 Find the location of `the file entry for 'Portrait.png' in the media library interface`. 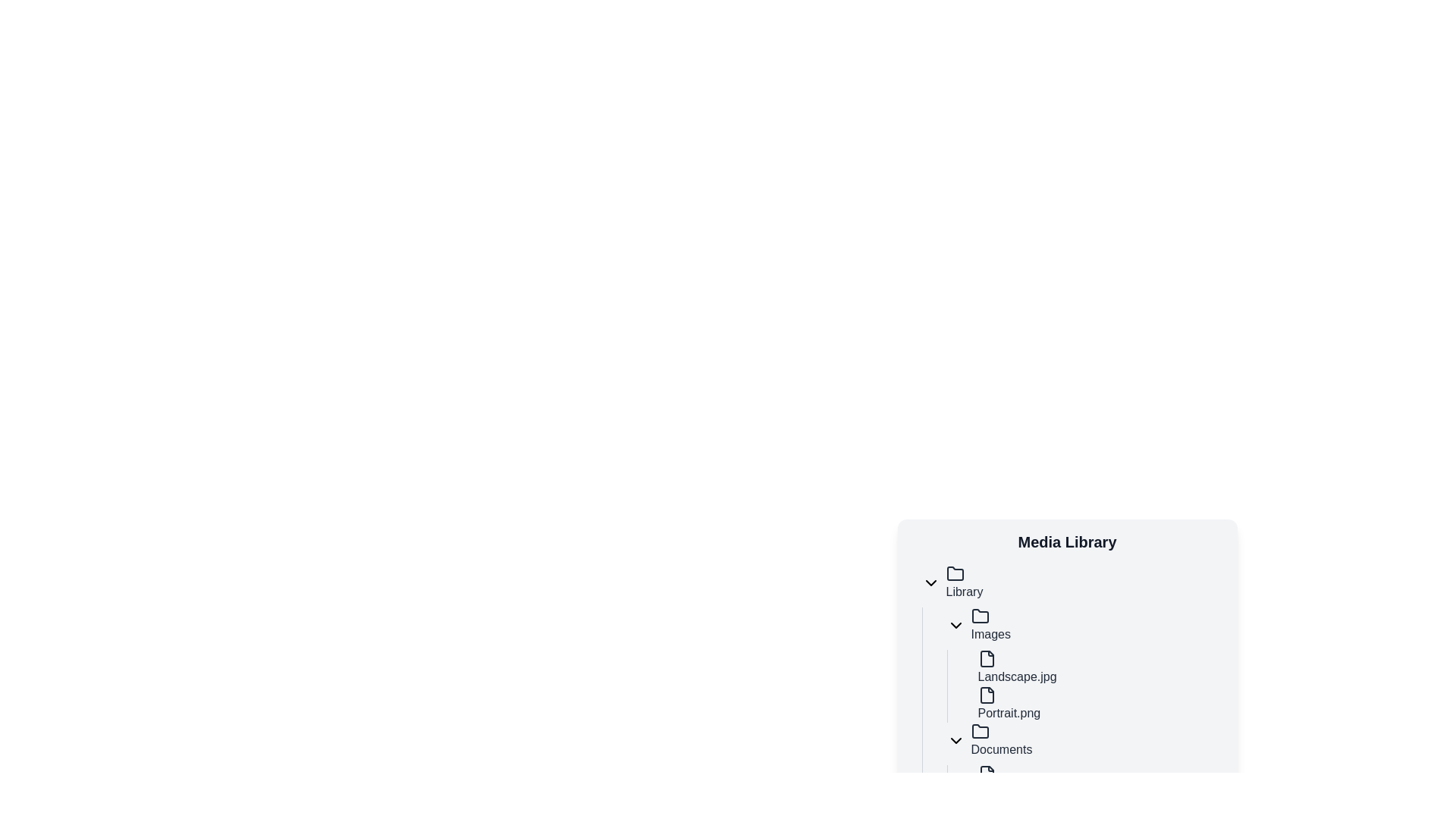

the file entry for 'Portrait.png' in the media library interface is located at coordinates (1098, 704).